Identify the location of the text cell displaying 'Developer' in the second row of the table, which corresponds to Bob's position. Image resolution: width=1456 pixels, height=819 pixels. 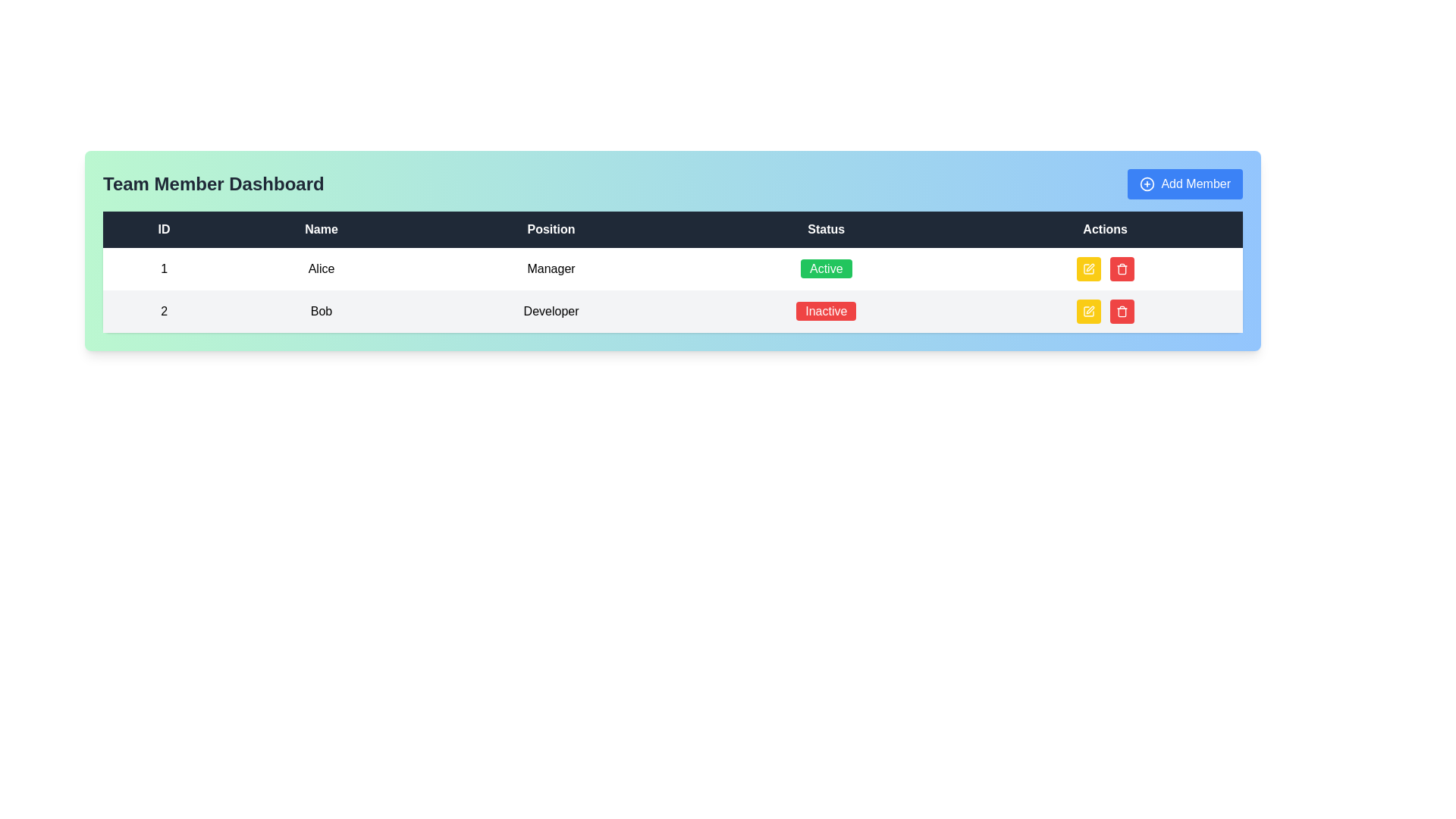
(551, 311).